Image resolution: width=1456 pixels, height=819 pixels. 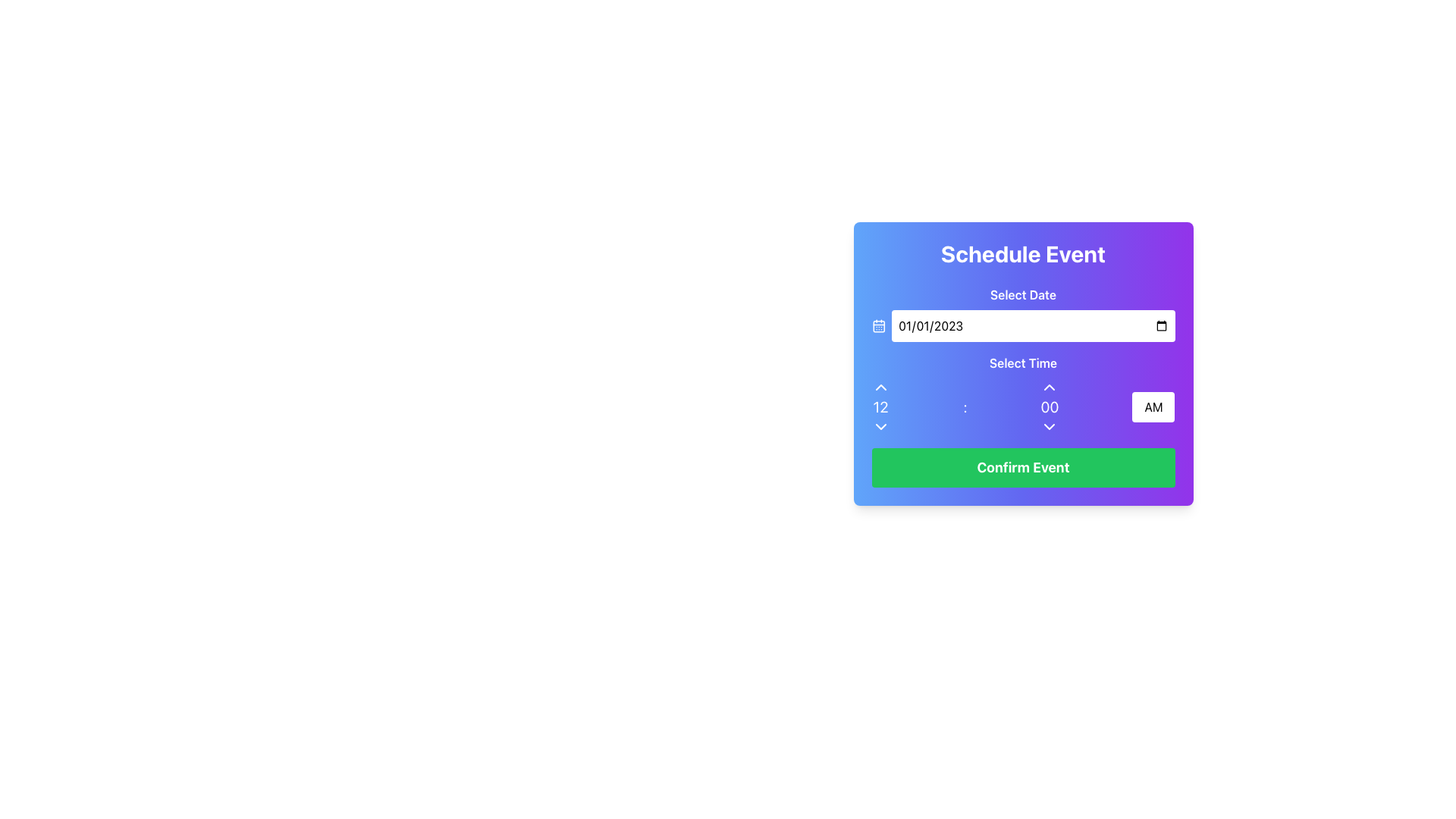 What do you see at coordinates (880, 427) in the screenshot?
I see `the button located below the numerical value '12'` at bounding box center [880, 427].